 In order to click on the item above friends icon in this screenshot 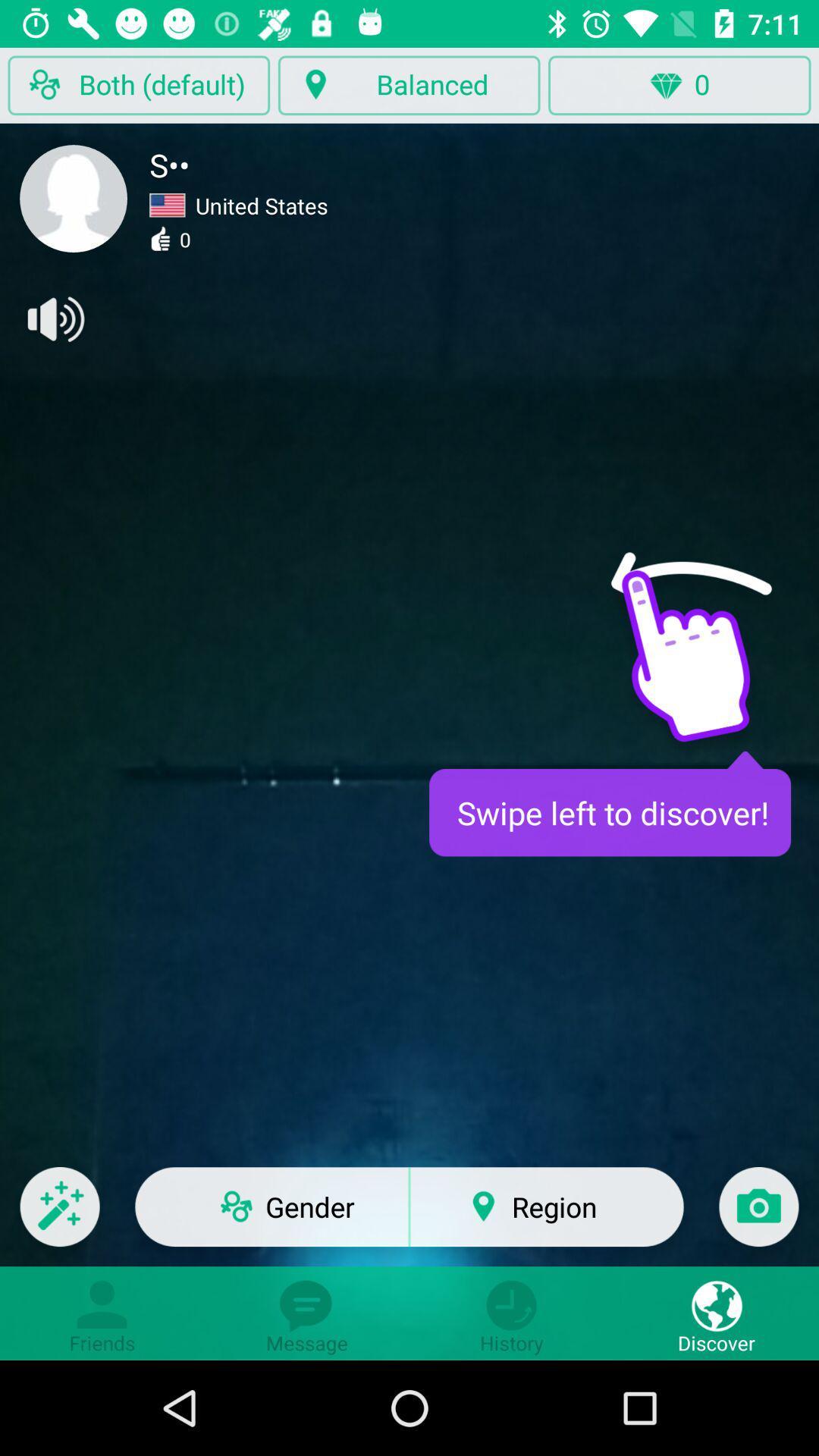, I will do `click(59, 1216)`.